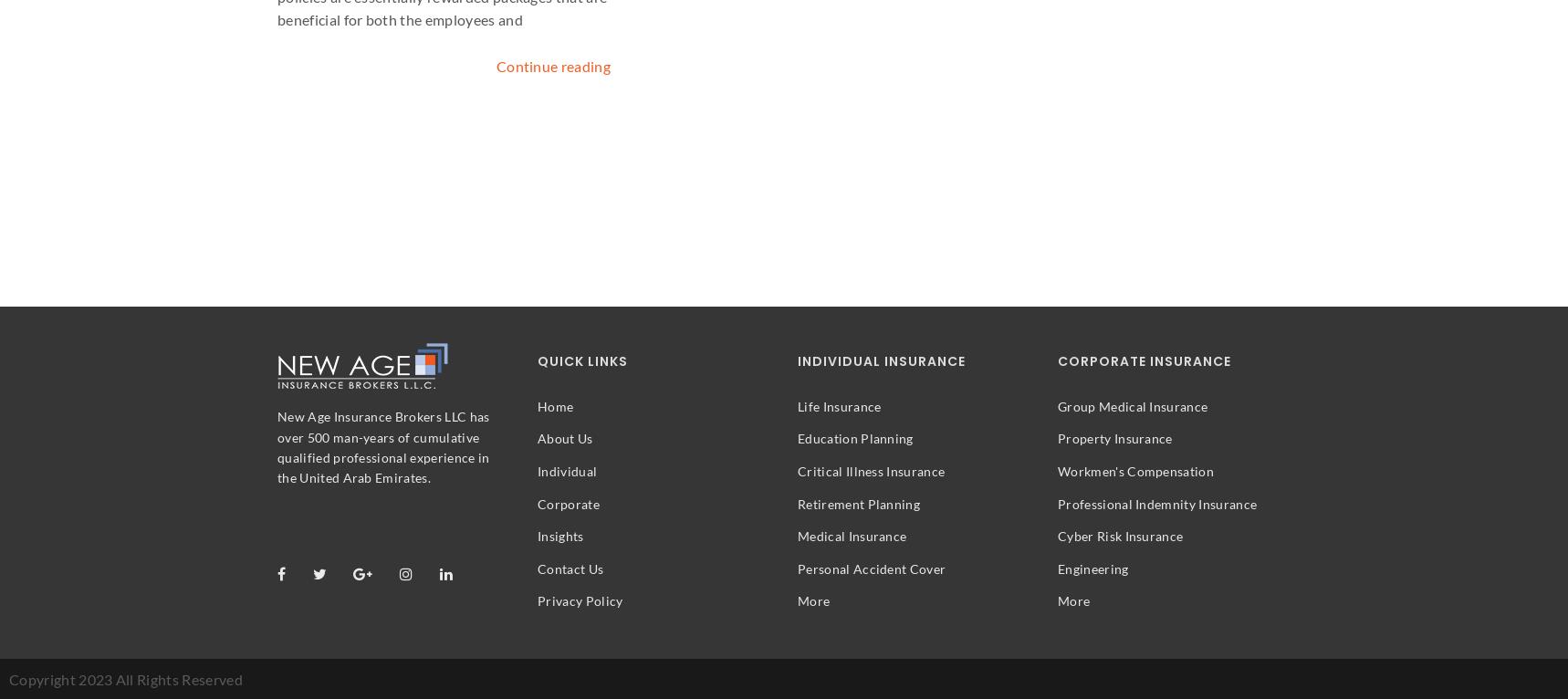 The height and width of the screenshot is (699, 1568). Describe the element at coordinates (851, 536) in the screenshot. I see `'Medical Insurance'` at that location.